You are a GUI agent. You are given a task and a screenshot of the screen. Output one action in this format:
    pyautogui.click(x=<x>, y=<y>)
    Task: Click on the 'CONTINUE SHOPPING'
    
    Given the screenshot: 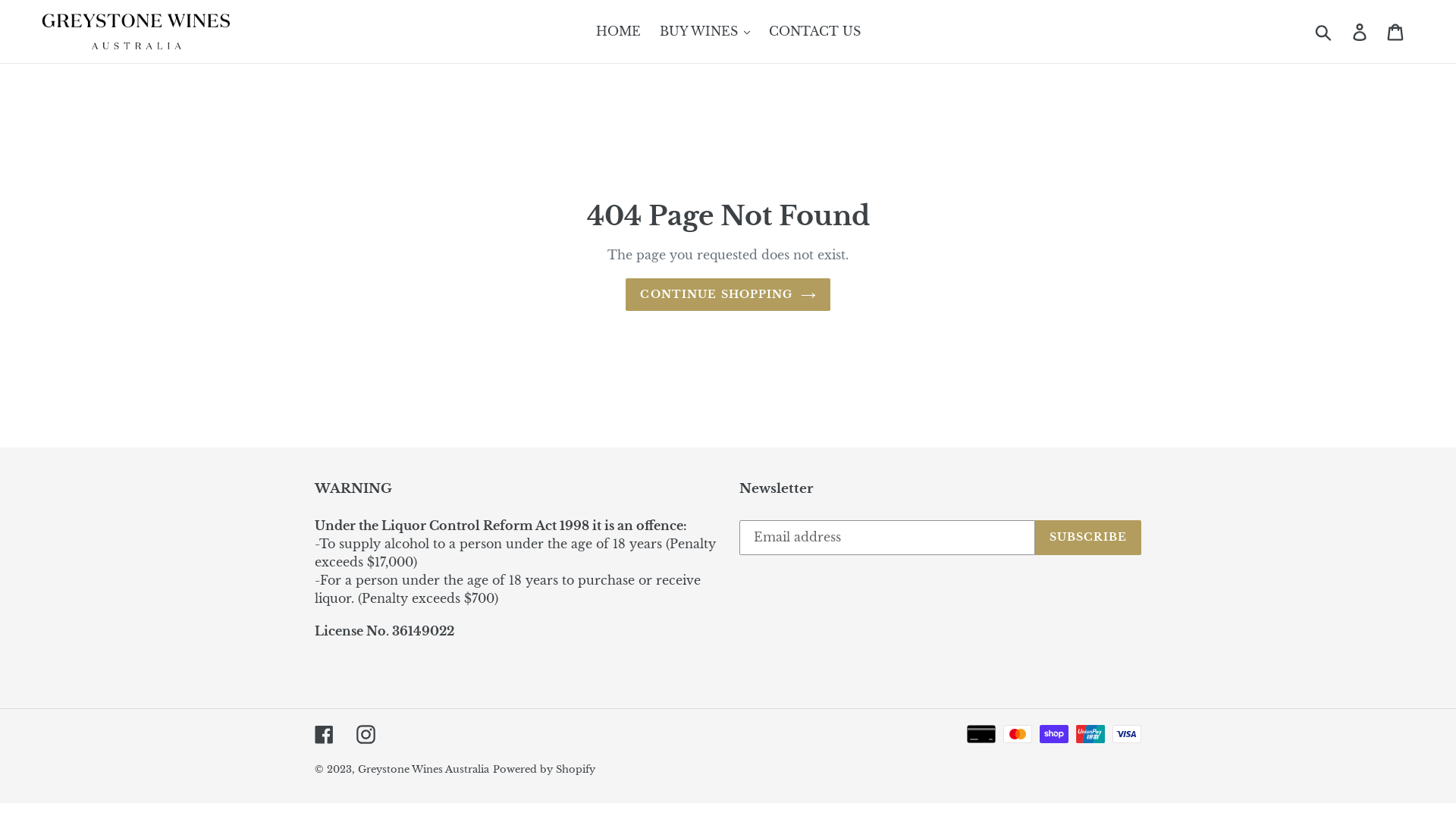 What is the action you would take?
    pyautogui.click(x=626, y=294)
    